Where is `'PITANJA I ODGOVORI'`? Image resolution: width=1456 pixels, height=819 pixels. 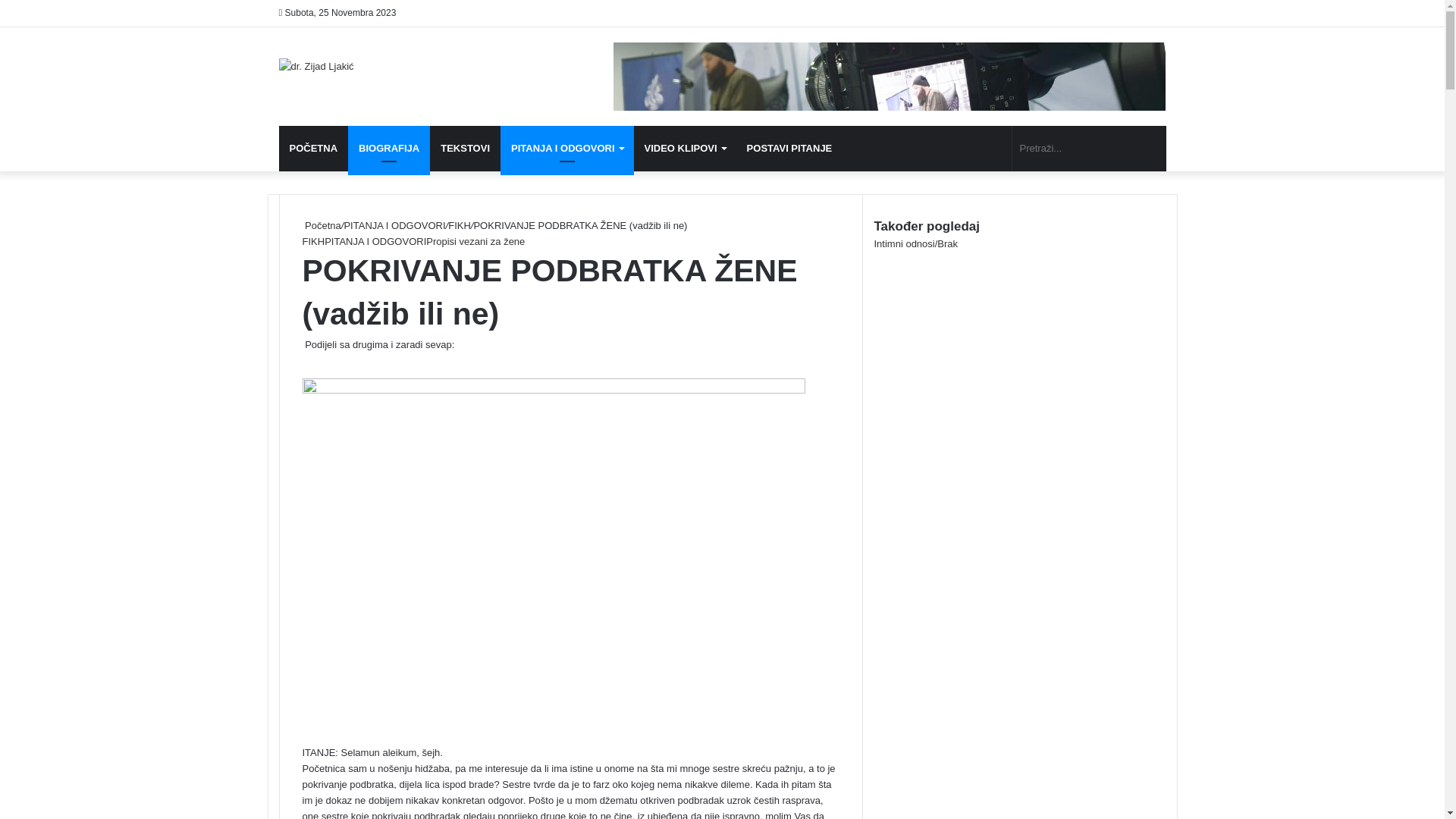 'PITANJA I ODGOVORI' is located at coordinates (394, 225).